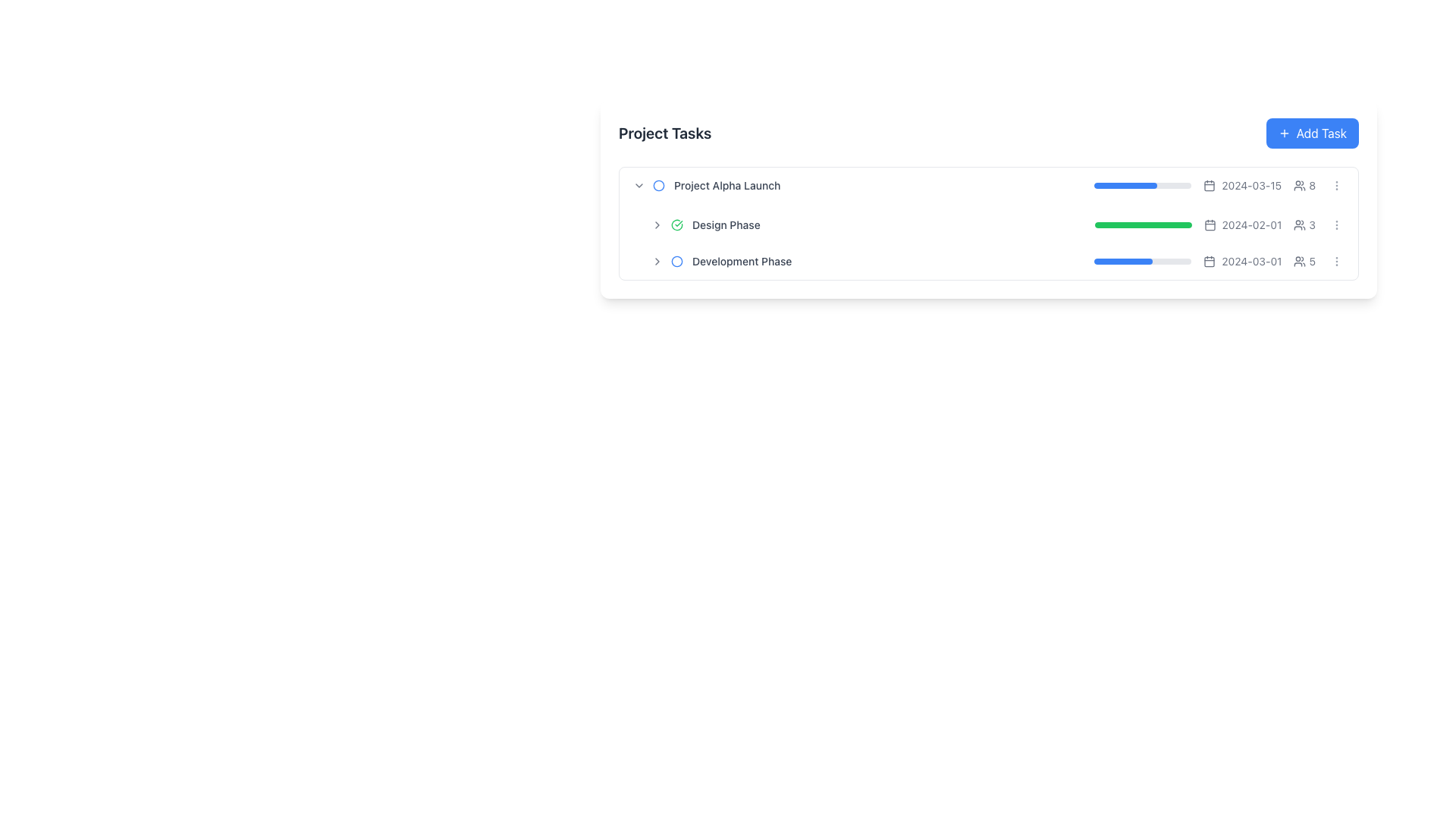 The image size is (1456, 819). What do you see at coordinates (657, 260) in the screenshot?
I see `the chevron icon adjacent to the 'Development Phase' label in the 'Project Tasks' list` at bounding box center [657, 260].